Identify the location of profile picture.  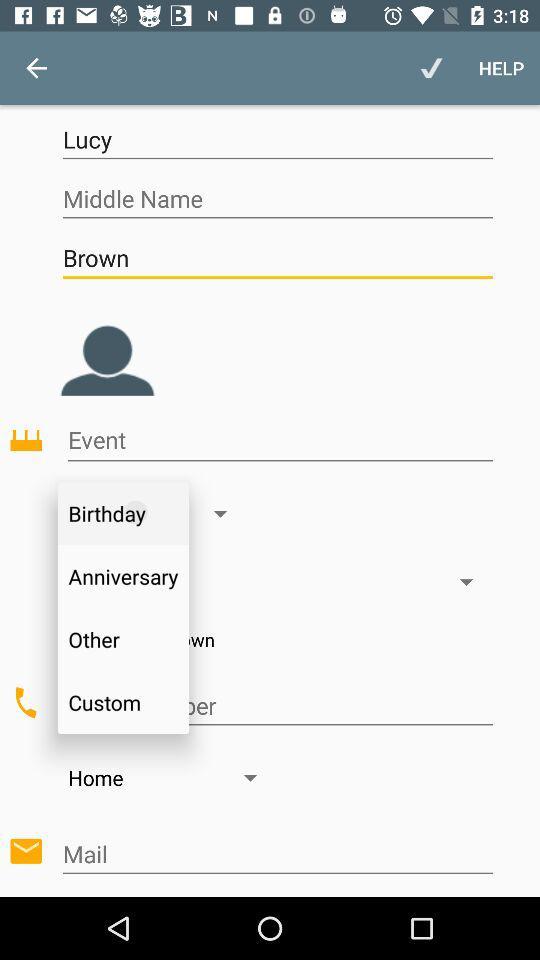
(107, 345).